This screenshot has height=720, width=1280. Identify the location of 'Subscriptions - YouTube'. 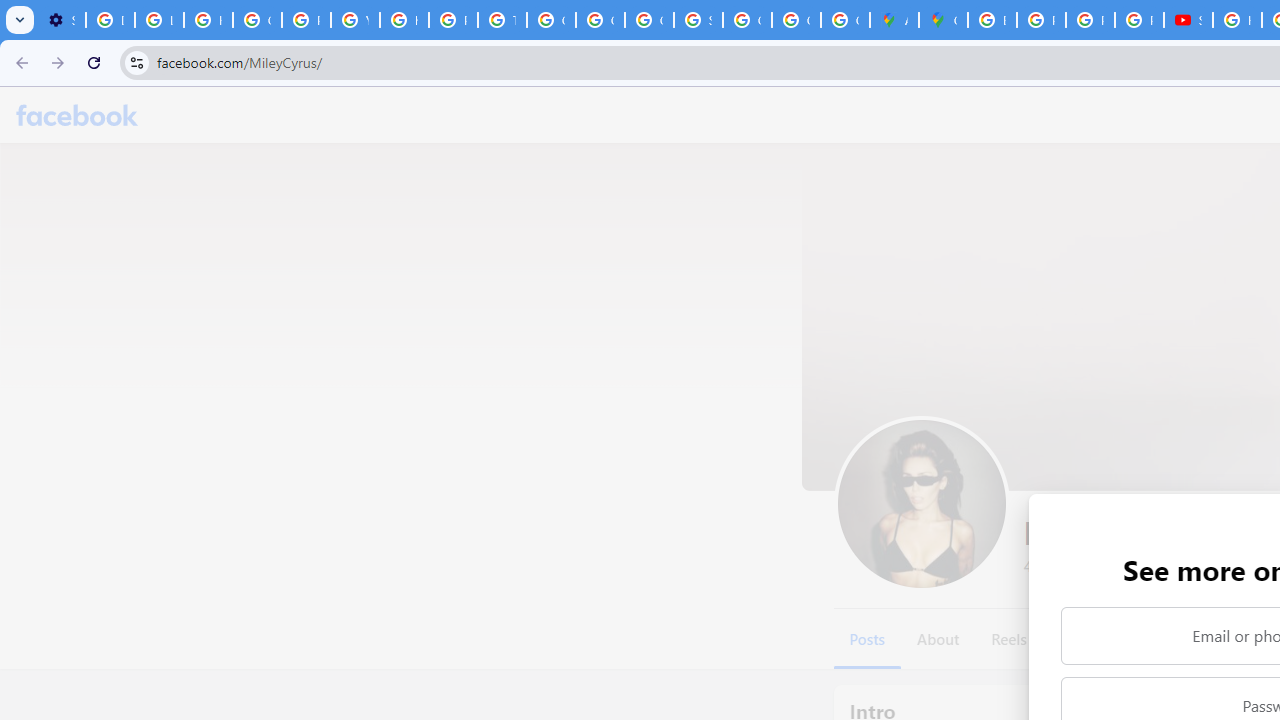
(1188, 20).